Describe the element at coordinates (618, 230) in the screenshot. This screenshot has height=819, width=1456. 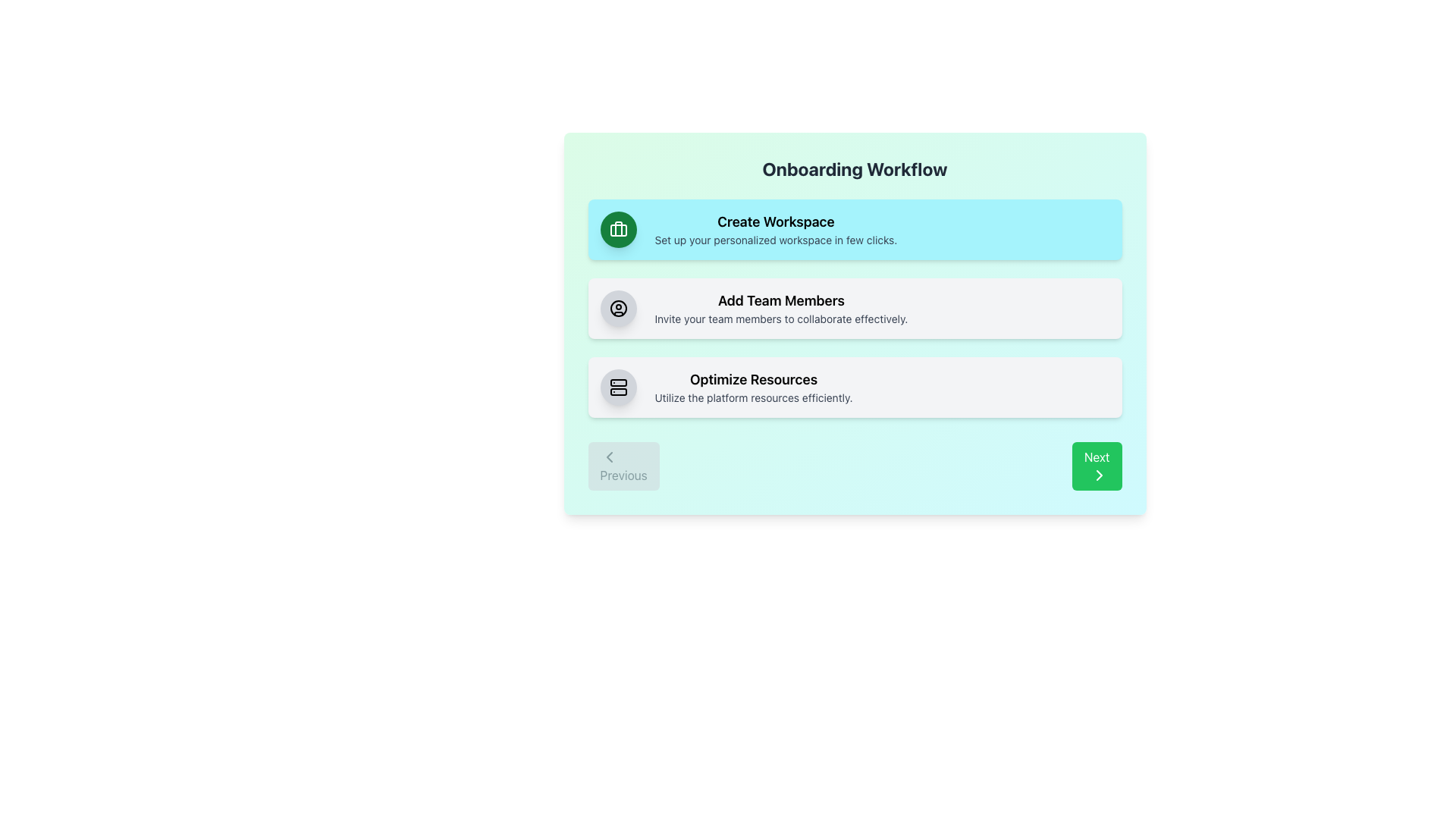
I see `the green circular button icon that symbolizes workspace creation, located to the left of the 'Create Workspace' text in the onboarding workflow` at that location.